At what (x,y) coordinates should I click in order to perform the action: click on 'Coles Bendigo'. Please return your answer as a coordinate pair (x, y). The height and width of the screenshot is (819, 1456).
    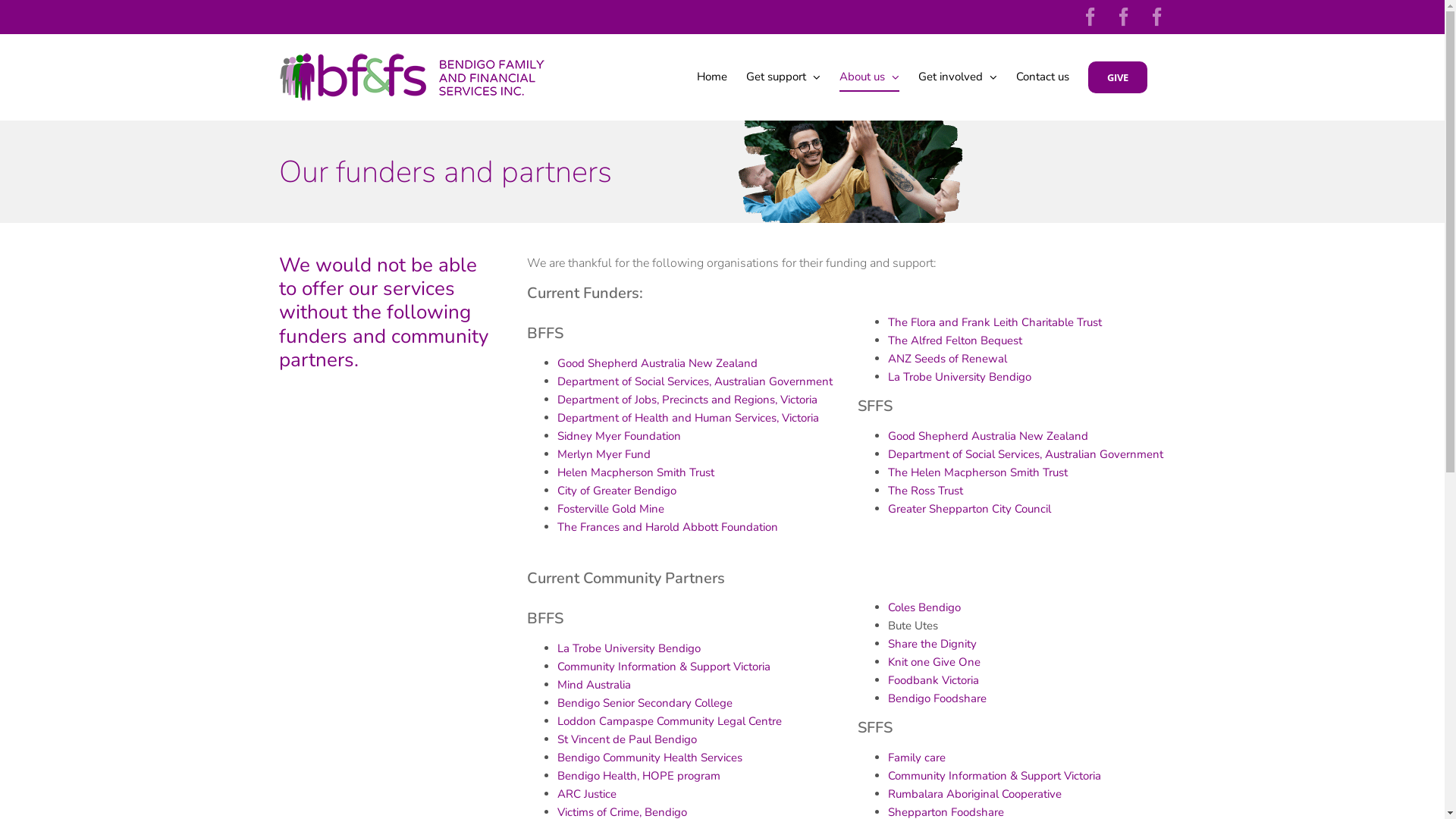
    Looking at the image, I should click on (924, 607).